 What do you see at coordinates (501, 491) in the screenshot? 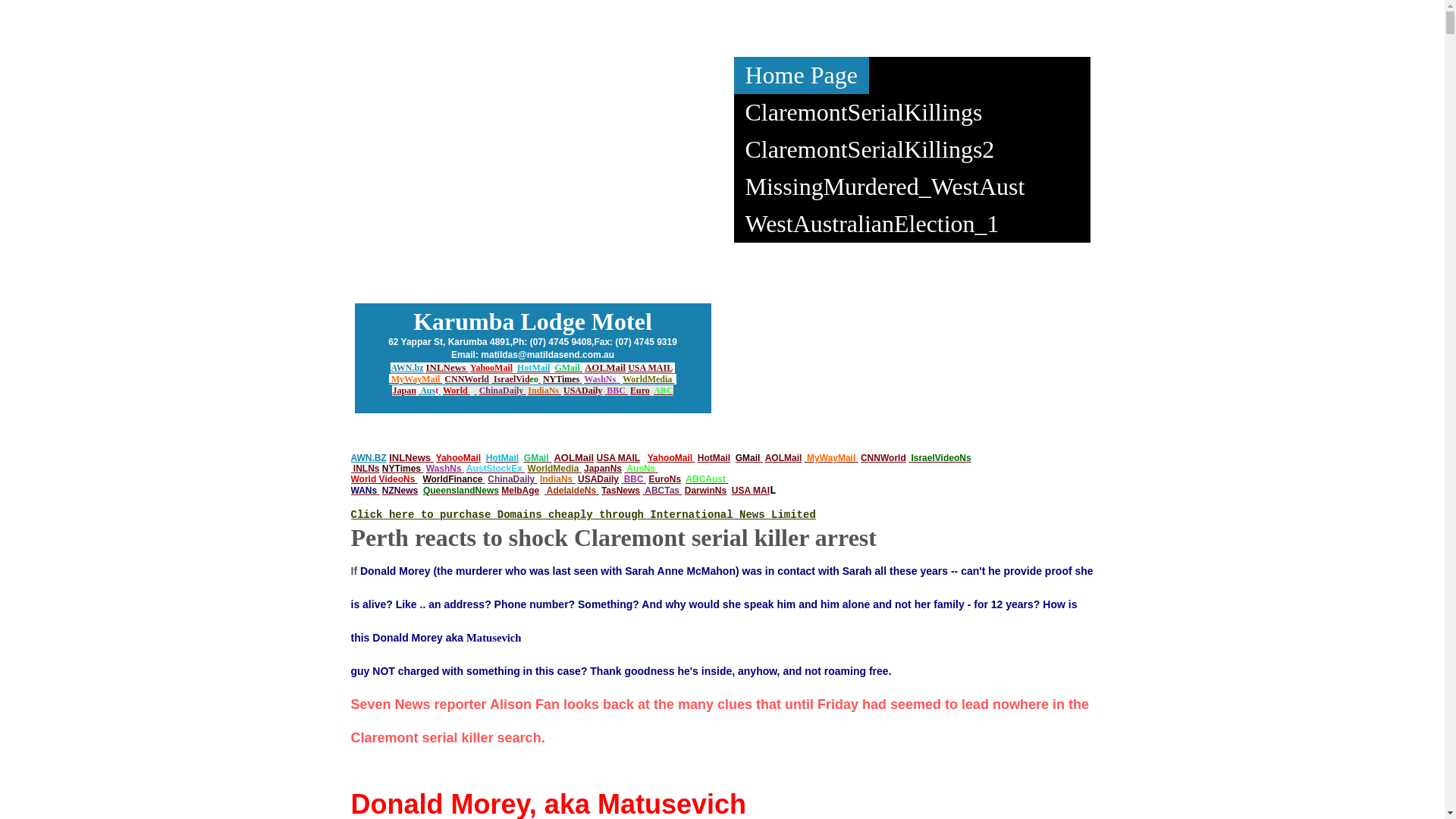
I see `'MelbAge'` at bounding box center [501, 491].